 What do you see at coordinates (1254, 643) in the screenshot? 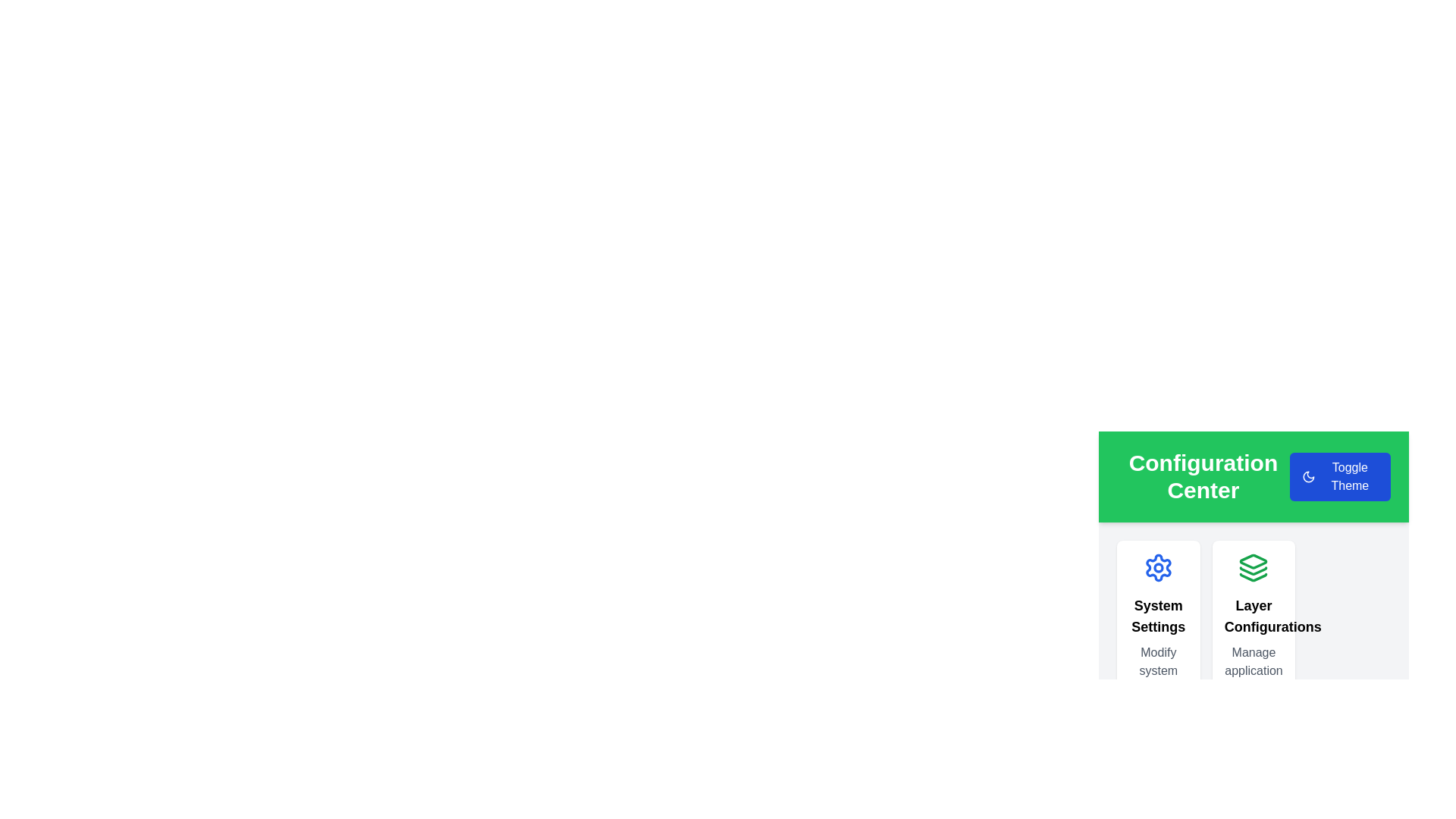
I see `the 'Layer Configurations' Information Card, which is the second card in the Configuration Center layout, featuring a green stack icon and bold text` at bounding box center [1254, 643].